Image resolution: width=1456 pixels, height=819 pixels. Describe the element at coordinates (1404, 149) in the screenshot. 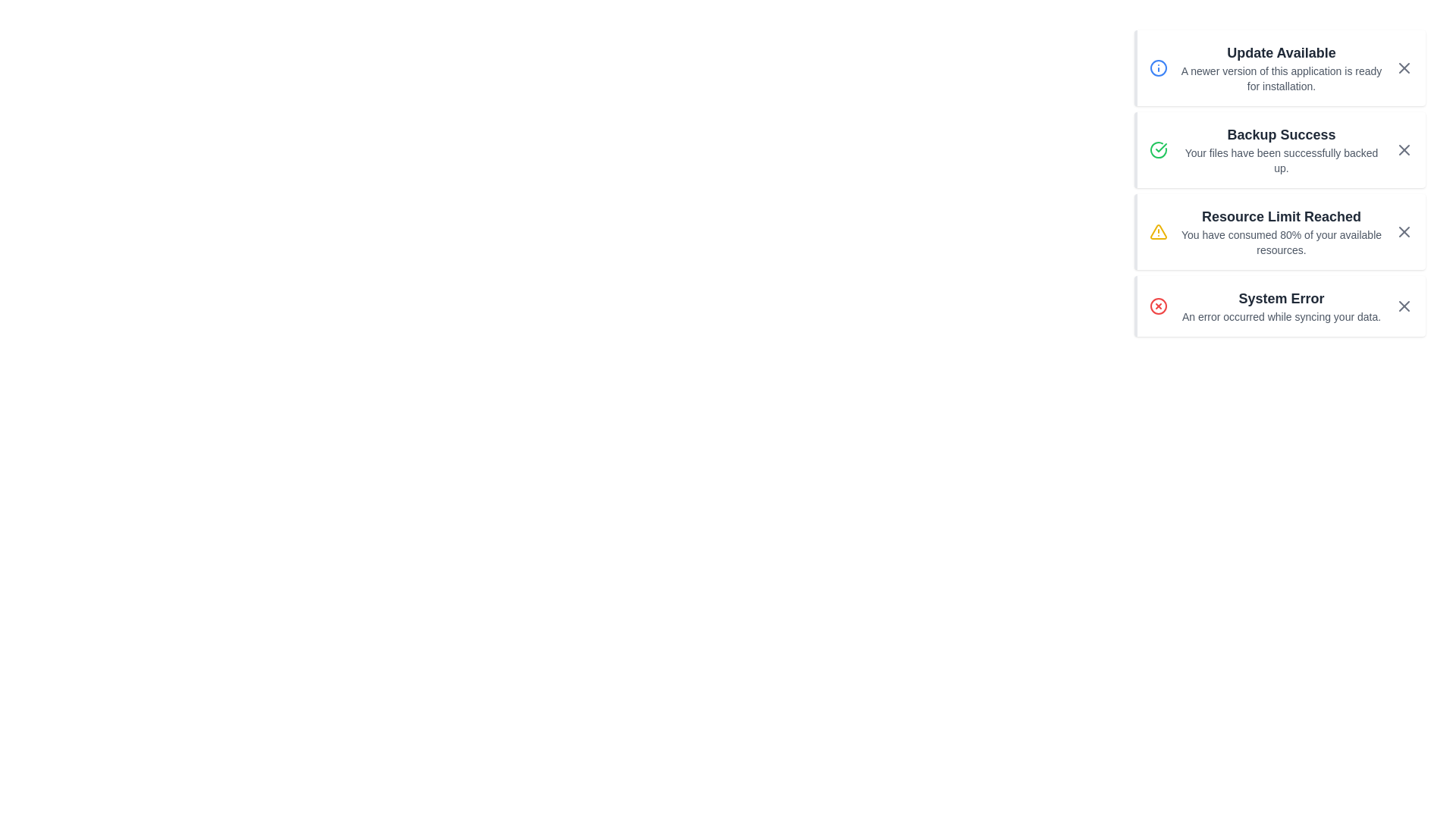

I see `the close button icon located in the top right corner of the notification box` at that location.